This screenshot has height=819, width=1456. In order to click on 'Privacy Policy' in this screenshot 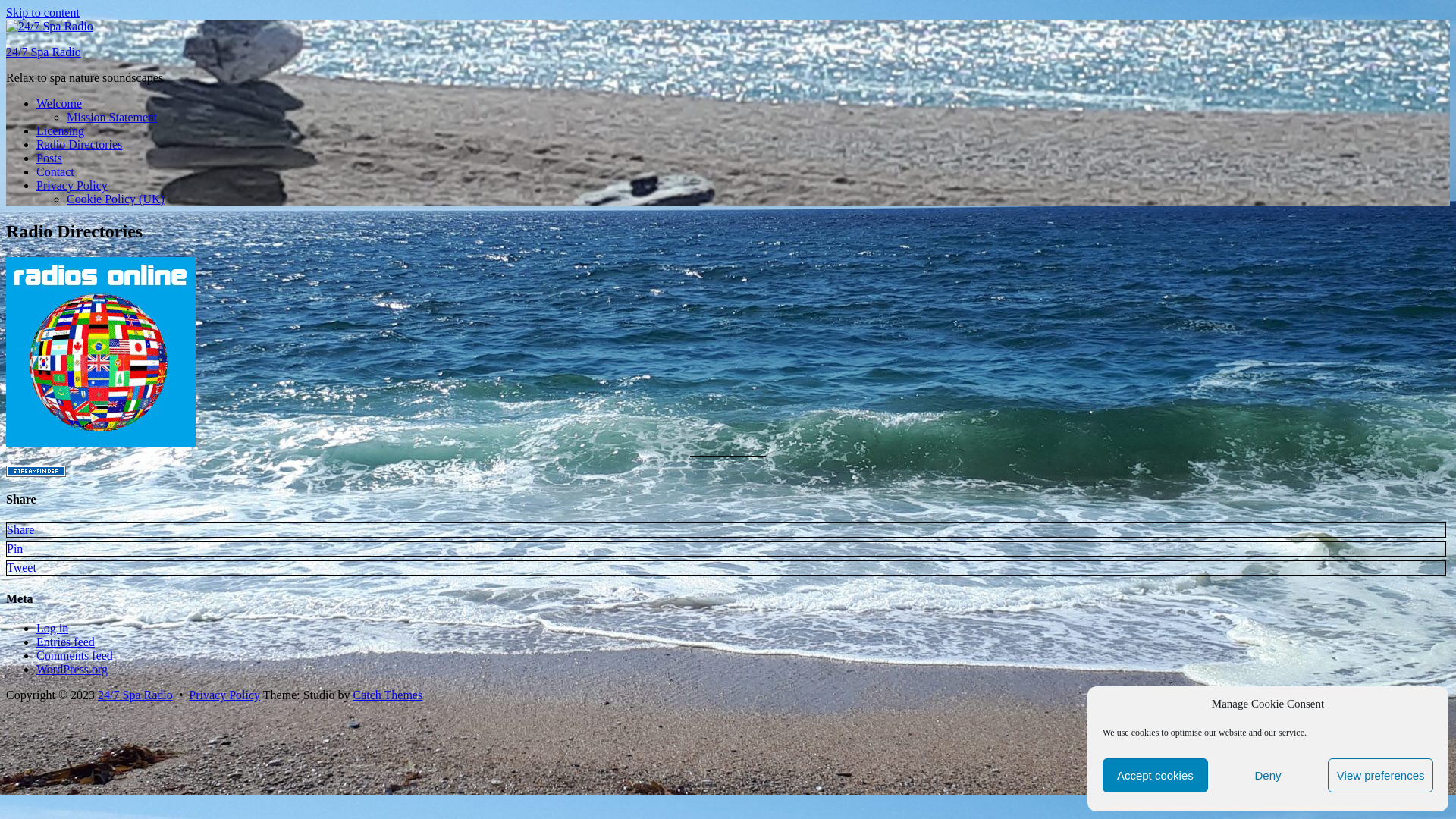, I will do `click(71, 184)`.